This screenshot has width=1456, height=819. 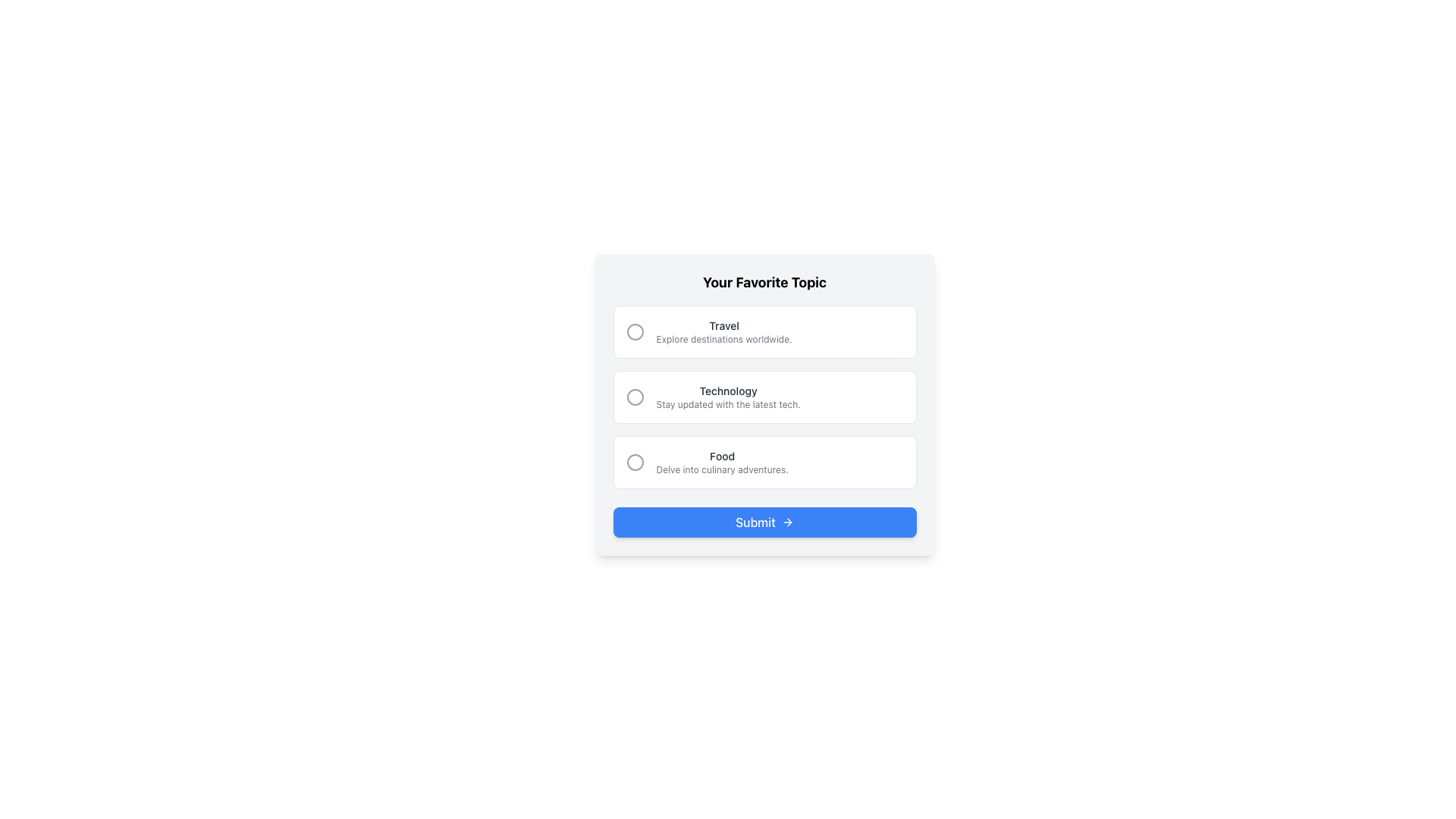 What do you see at coordinates (635, 397) in the screenshot?
I see `the circular outline radio button associated with the 'Technology' topic in the list under 'Your Favorite Topic'` at bounding box center [635, 397].